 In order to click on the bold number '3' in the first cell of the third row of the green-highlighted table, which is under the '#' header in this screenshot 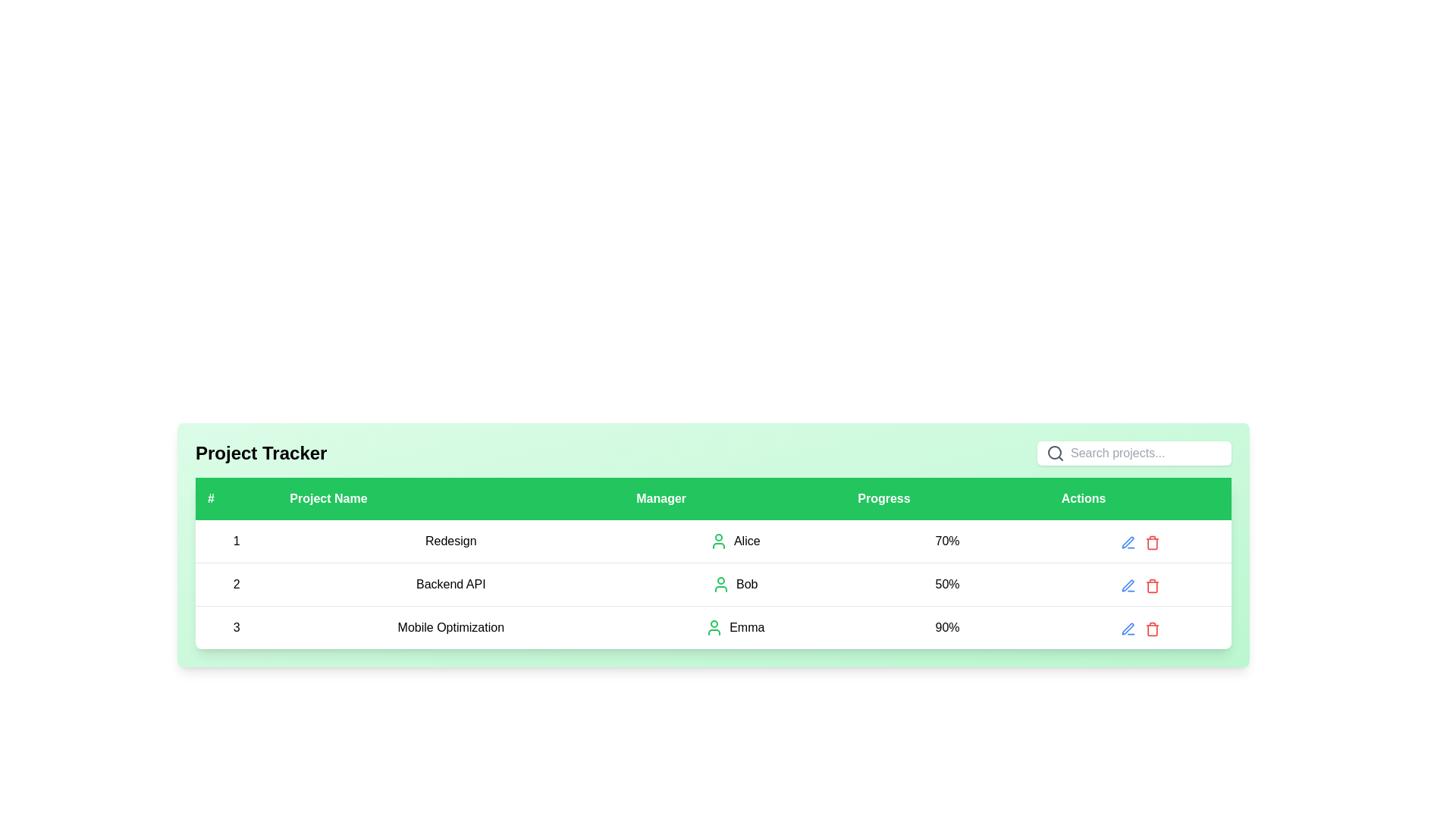, I will do `click(236, 627)`.